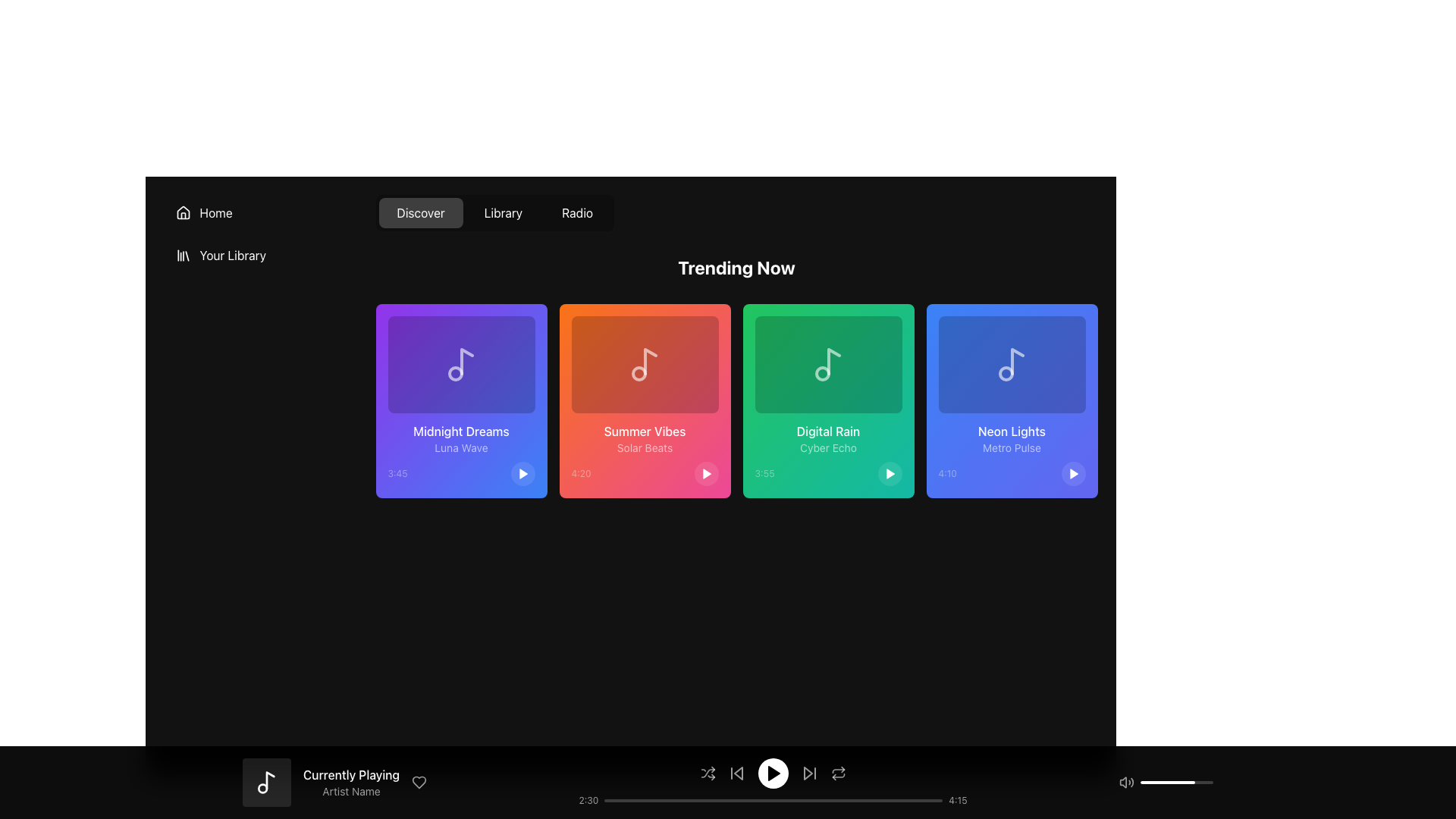  What do you see at coordinates (419, 783) in the screenshot?
I see `the heart-shaped icon outlined in white, which serves as a 'like' or 'favorite' button located to the right of 'Currently Playing' and 'Artist Name', and slightly to the left of the player controls, to like or unlike` at bounding box center [419, 783].